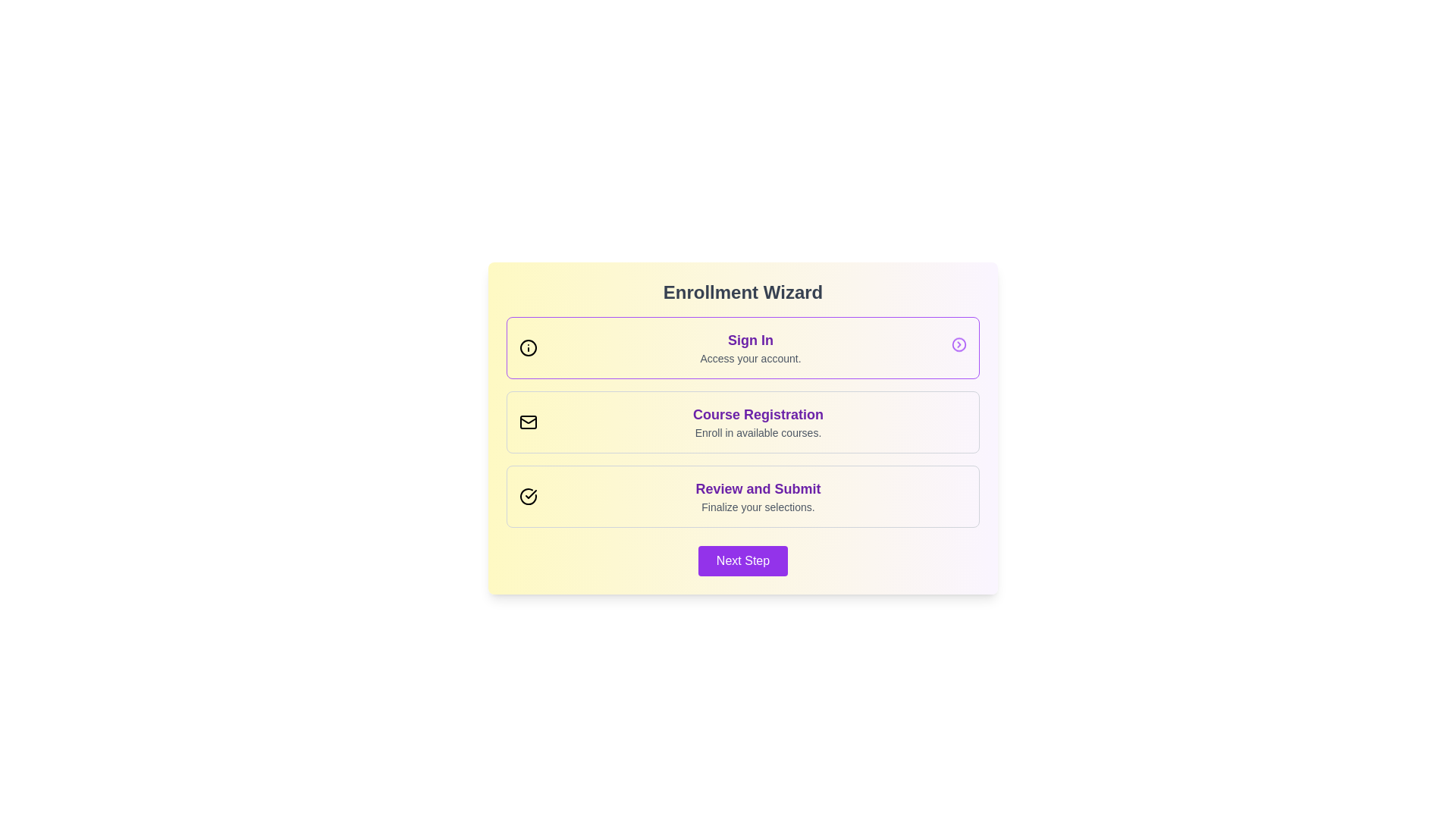 This screenshot has width=1456, height=819. I want to click on the static text label that provides additional context for the 'Sign In' section, positioned below the 'Sign In' text, so click(750, 359).